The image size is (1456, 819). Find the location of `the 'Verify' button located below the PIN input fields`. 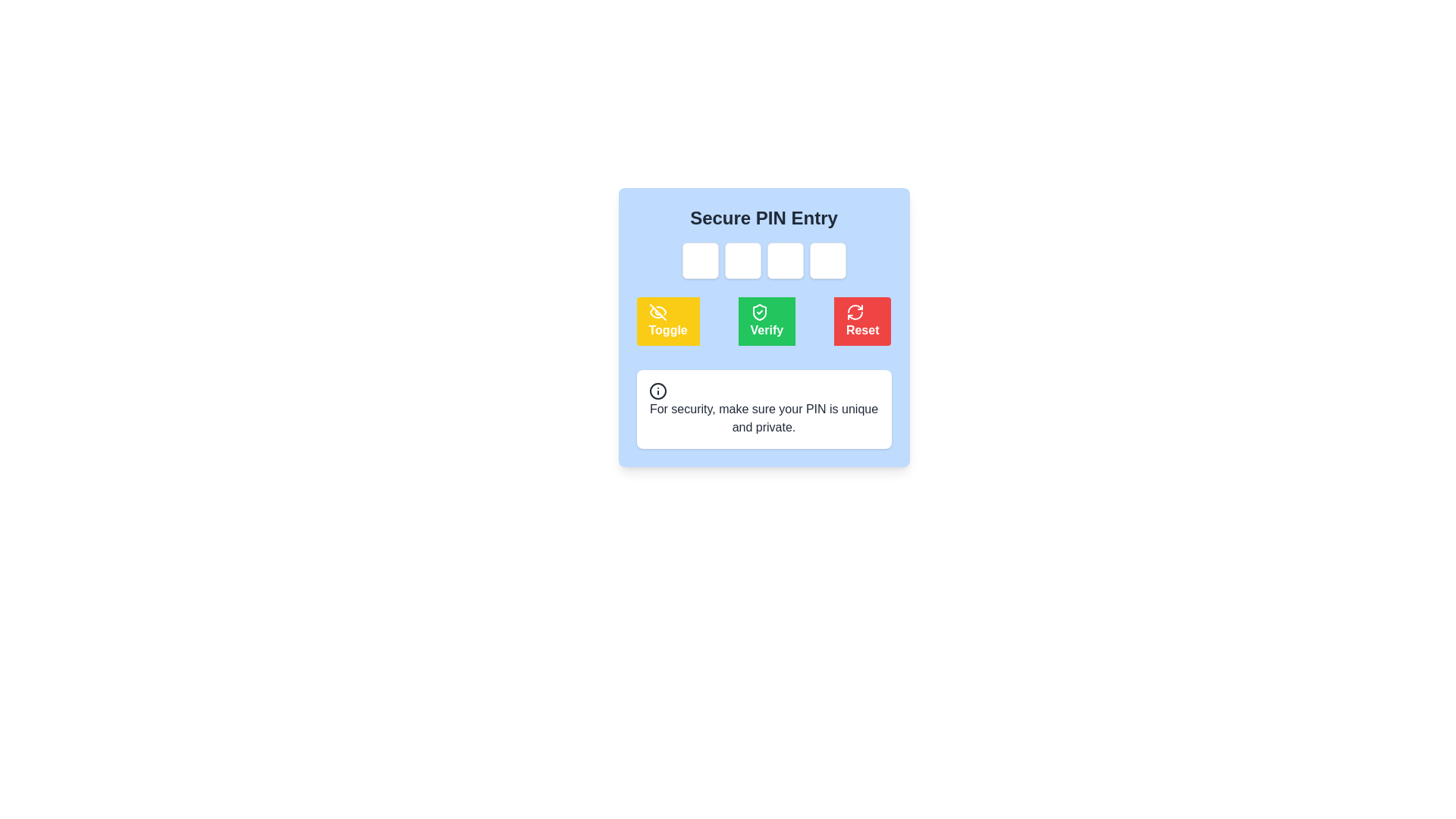

the 'Verify' button located below the PIN input fields is located at coordinates (764, 321).